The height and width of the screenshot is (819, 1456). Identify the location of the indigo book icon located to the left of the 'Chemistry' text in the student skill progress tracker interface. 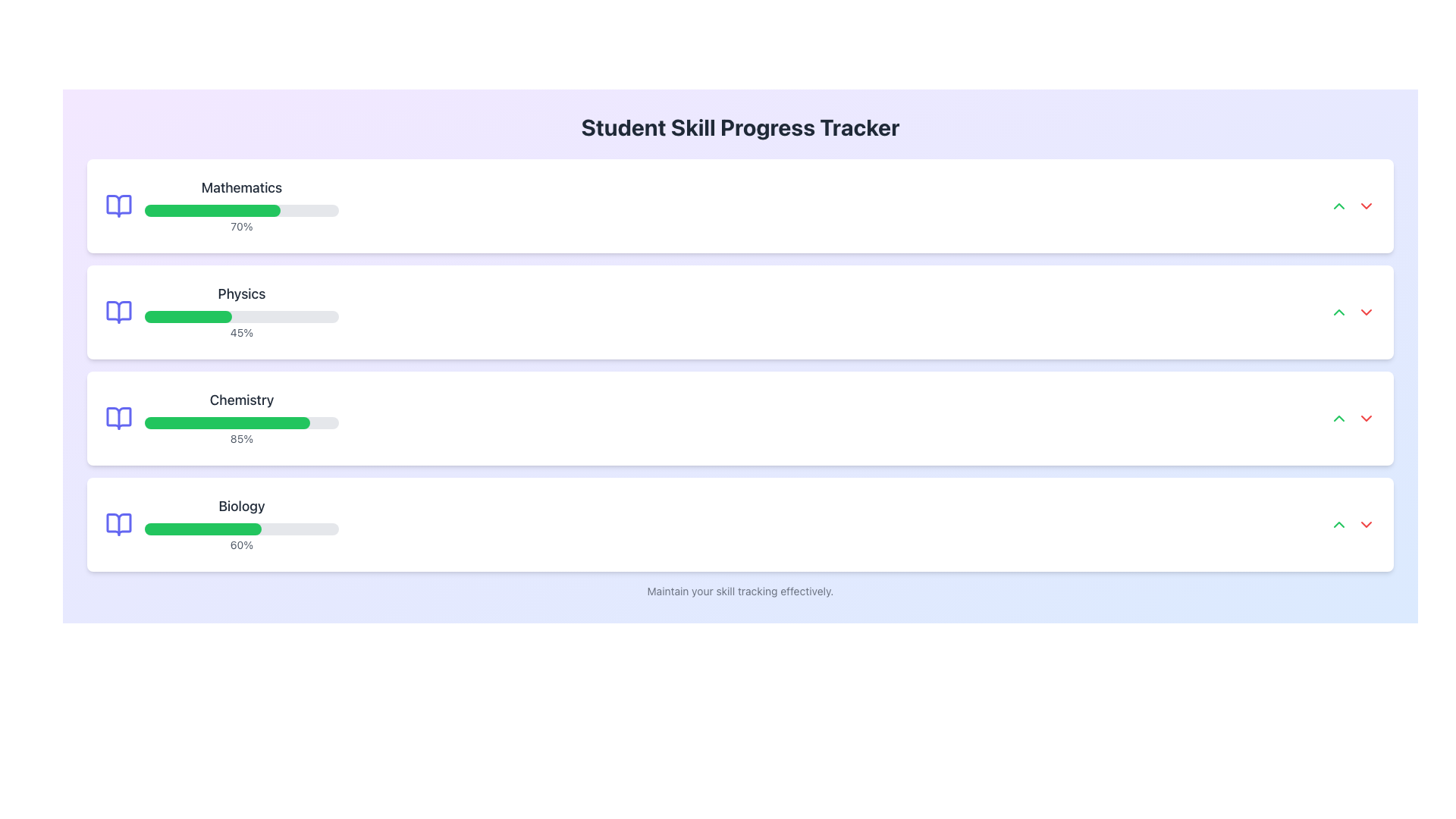
(118, 418).